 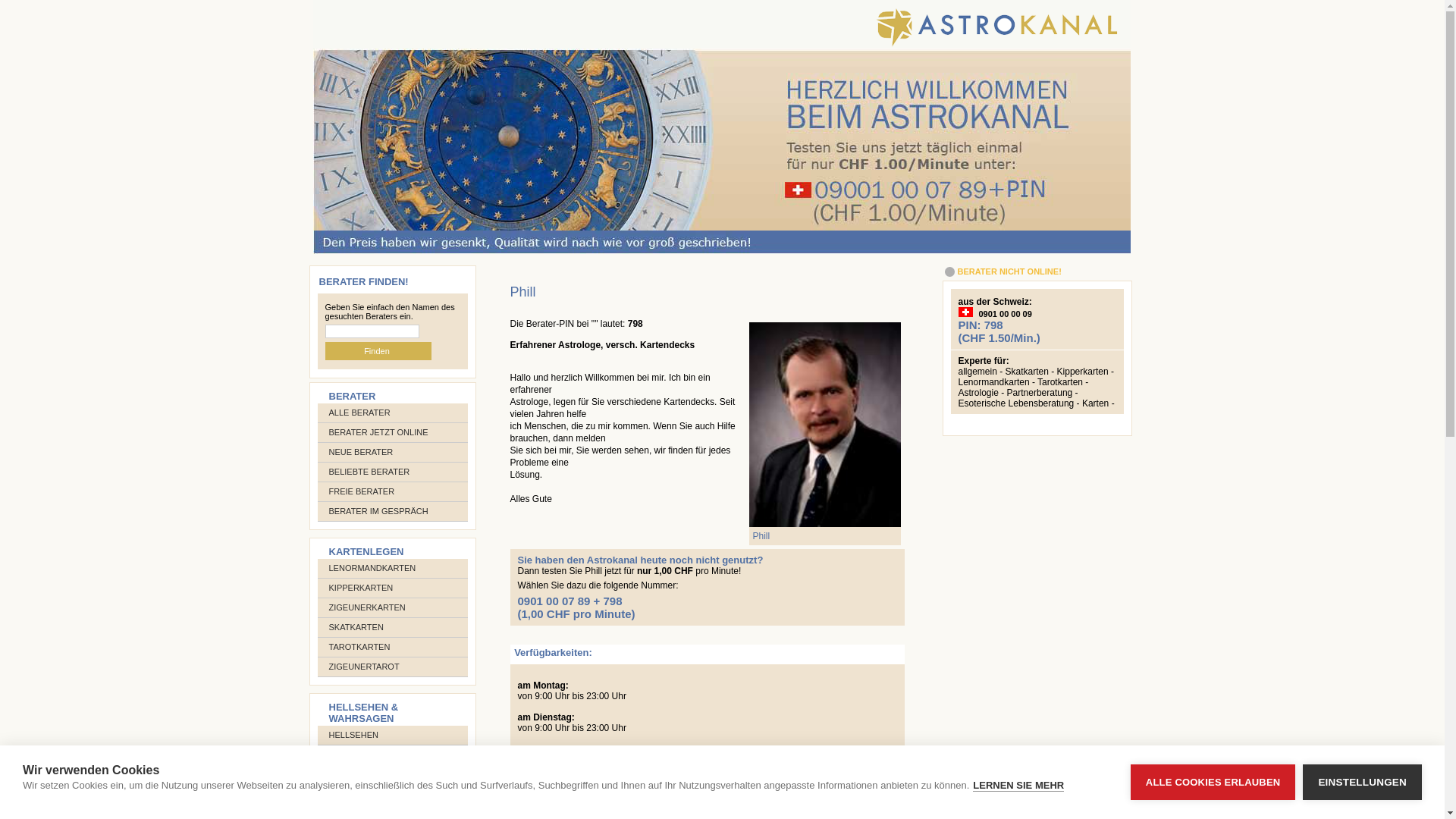 What do you see at coordinates (1302, 782) in the screenshot?
I see `'EINSTELLUNGEN'` at bounding box center [1302, 782].